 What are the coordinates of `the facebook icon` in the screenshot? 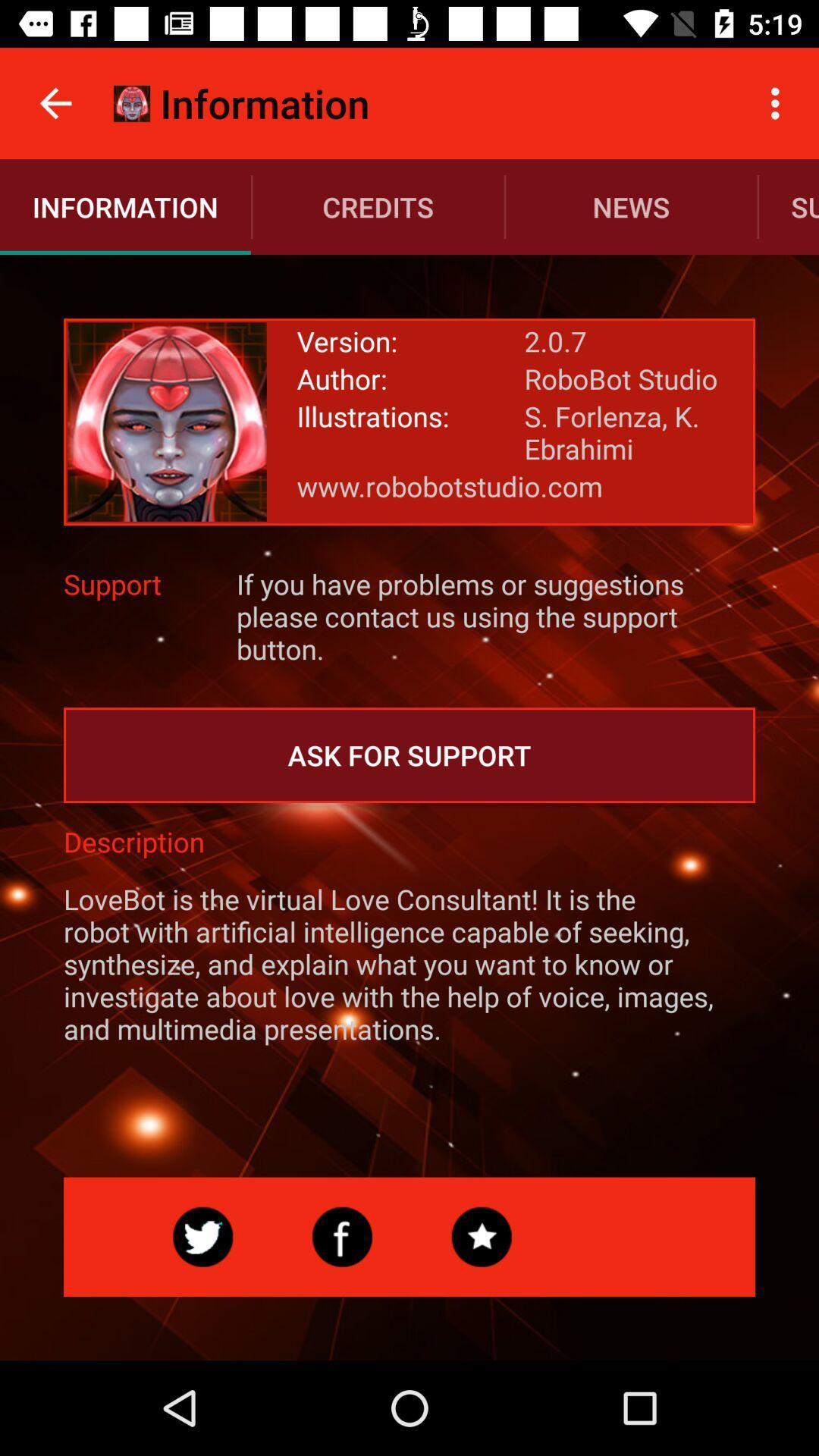 It's located at (342, 1237).